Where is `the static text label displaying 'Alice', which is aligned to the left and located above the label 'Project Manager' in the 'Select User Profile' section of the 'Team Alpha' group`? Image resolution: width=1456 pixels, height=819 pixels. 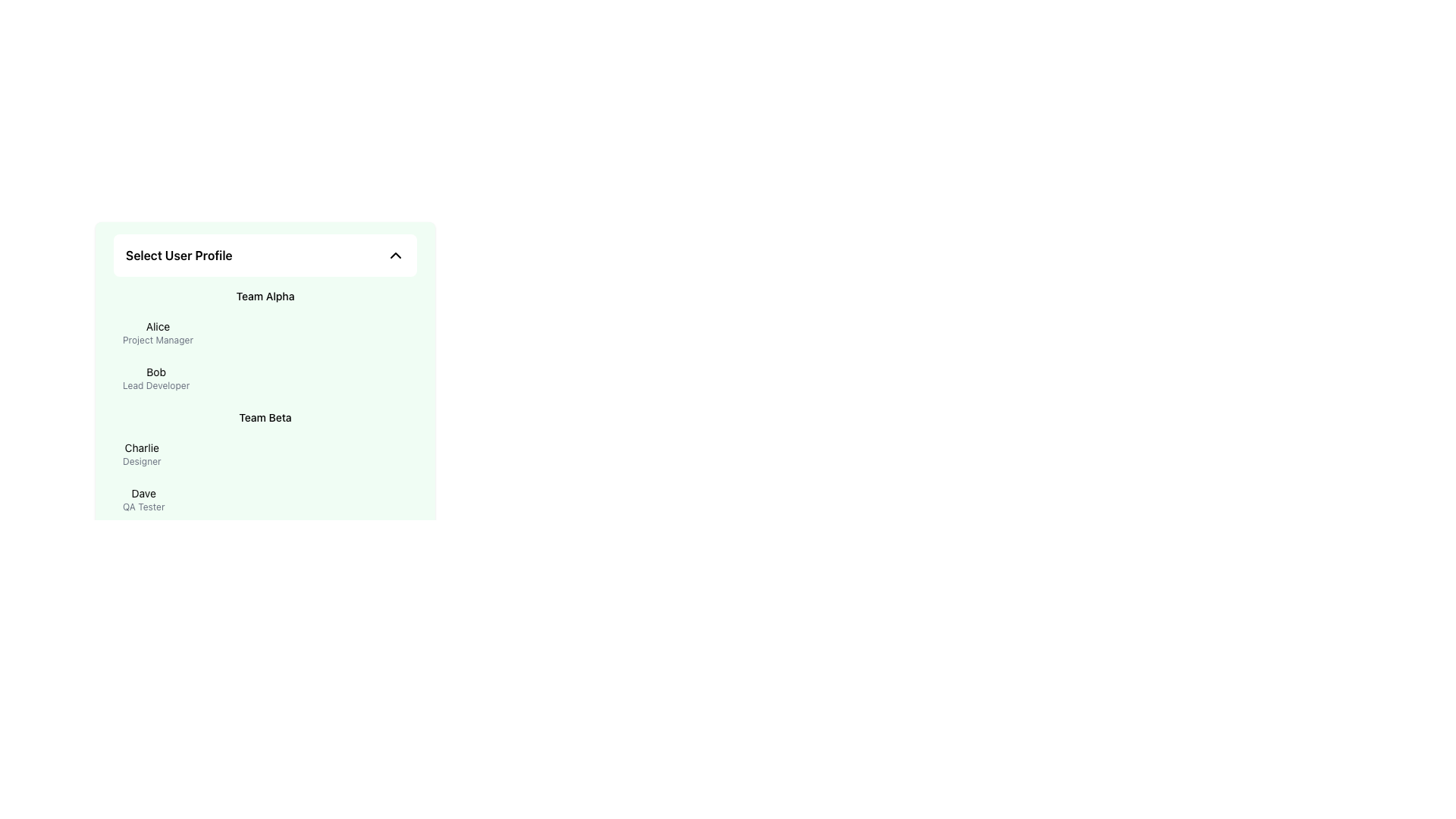 the static text label displaying 'Alice', which is aligned to the left and located above the label 'Project Manager' in the 'Select User Profile' section of the 'Team Alpha' group is located at coordinates (158, 326).